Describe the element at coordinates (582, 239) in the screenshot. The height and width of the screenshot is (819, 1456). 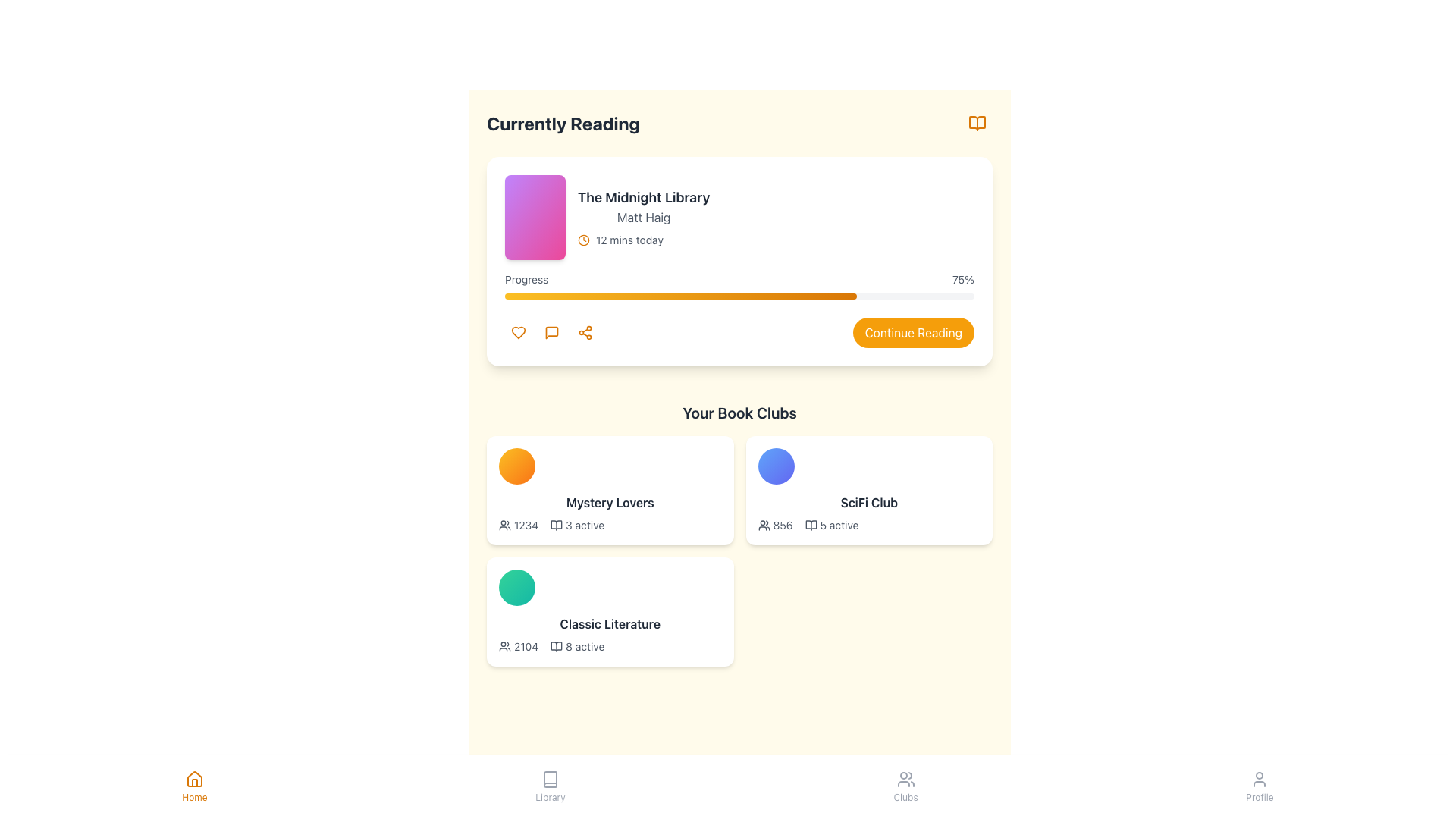
I see `the clock icon SVG element located to the left of the text '12 mins today' in the 'Currently Reading' section of the 'The Midnight Library' card` at that location.